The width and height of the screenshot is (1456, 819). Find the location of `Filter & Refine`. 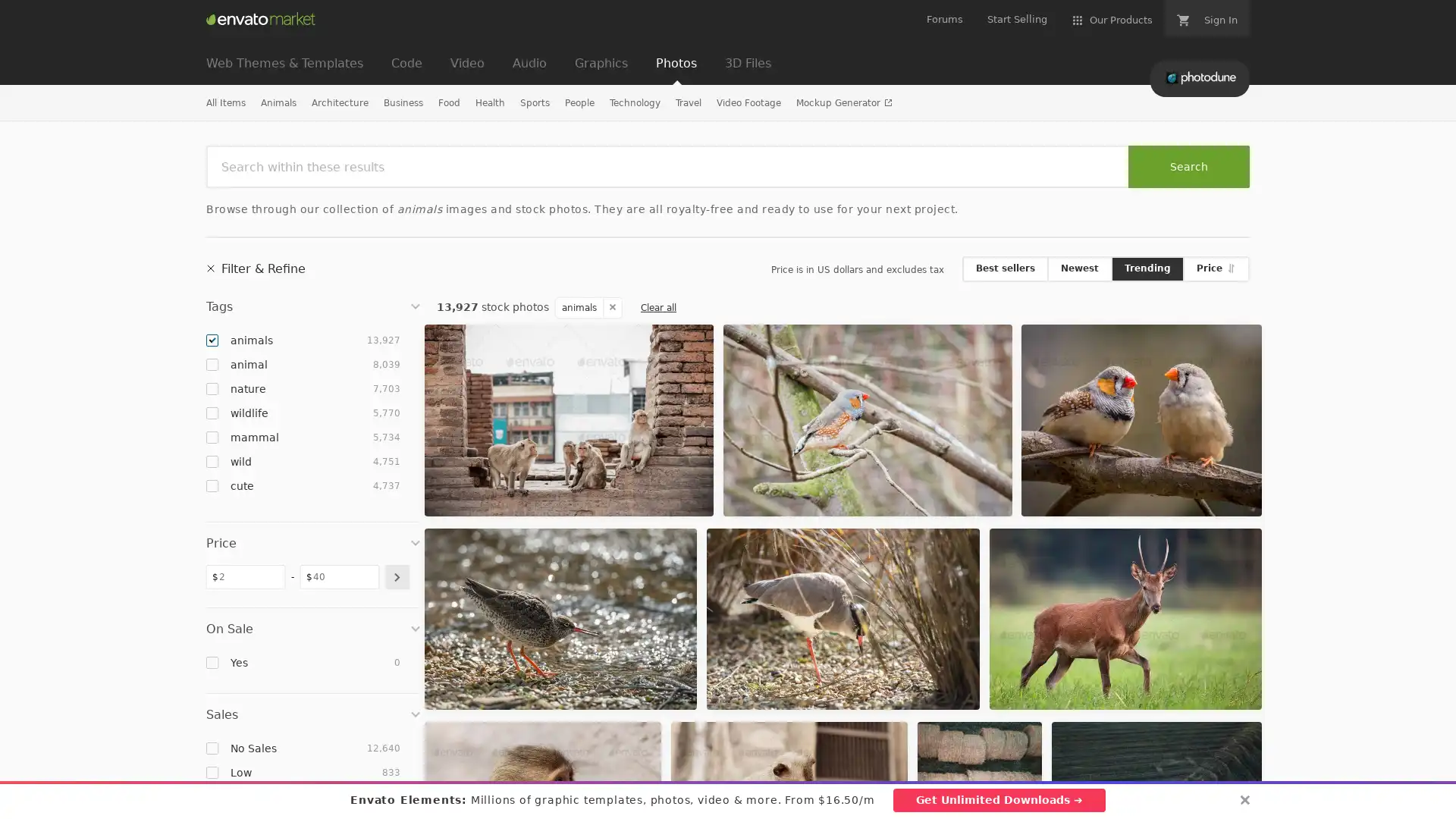

Filter & Refine is located at coordinates (266, 268).